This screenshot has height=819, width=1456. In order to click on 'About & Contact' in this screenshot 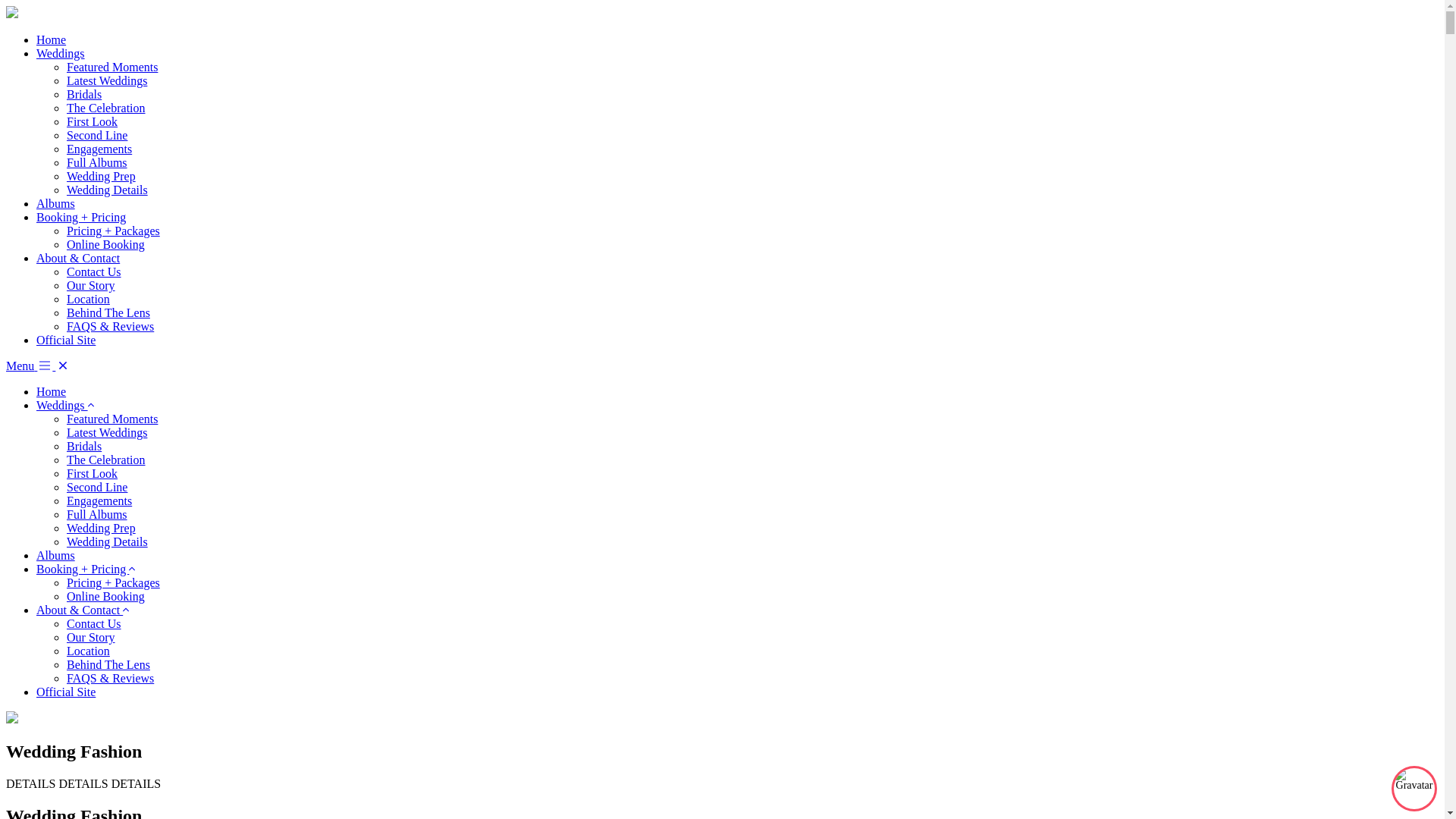, I will do `click(79, 609)`.